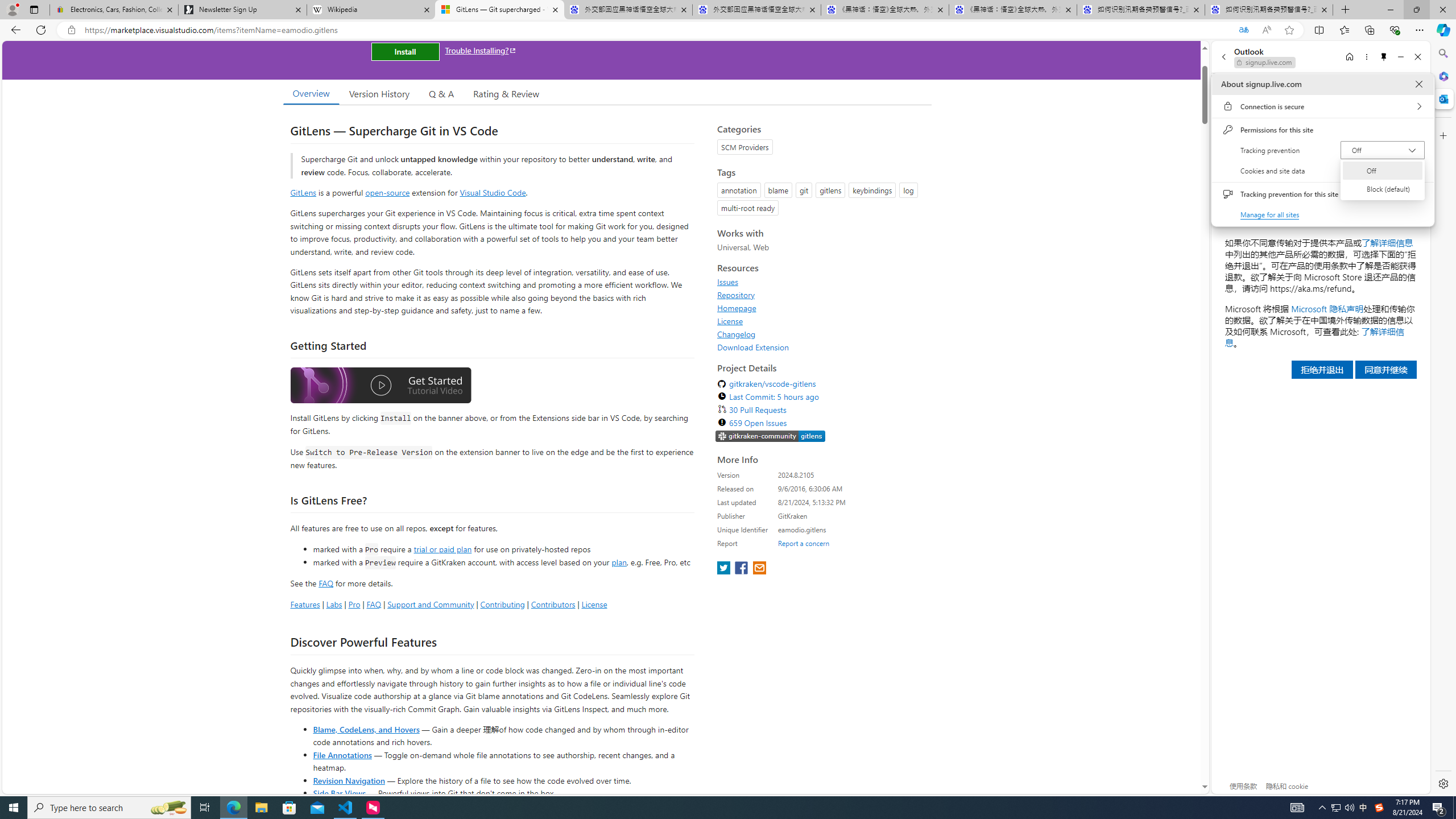 The height and width of the screenshot is (819, 1456). What do you see at coordinates (345, 806) in the screenshot?
I see `'Visual Studio Code - 1 running window'` at bounding box center [345, 806].